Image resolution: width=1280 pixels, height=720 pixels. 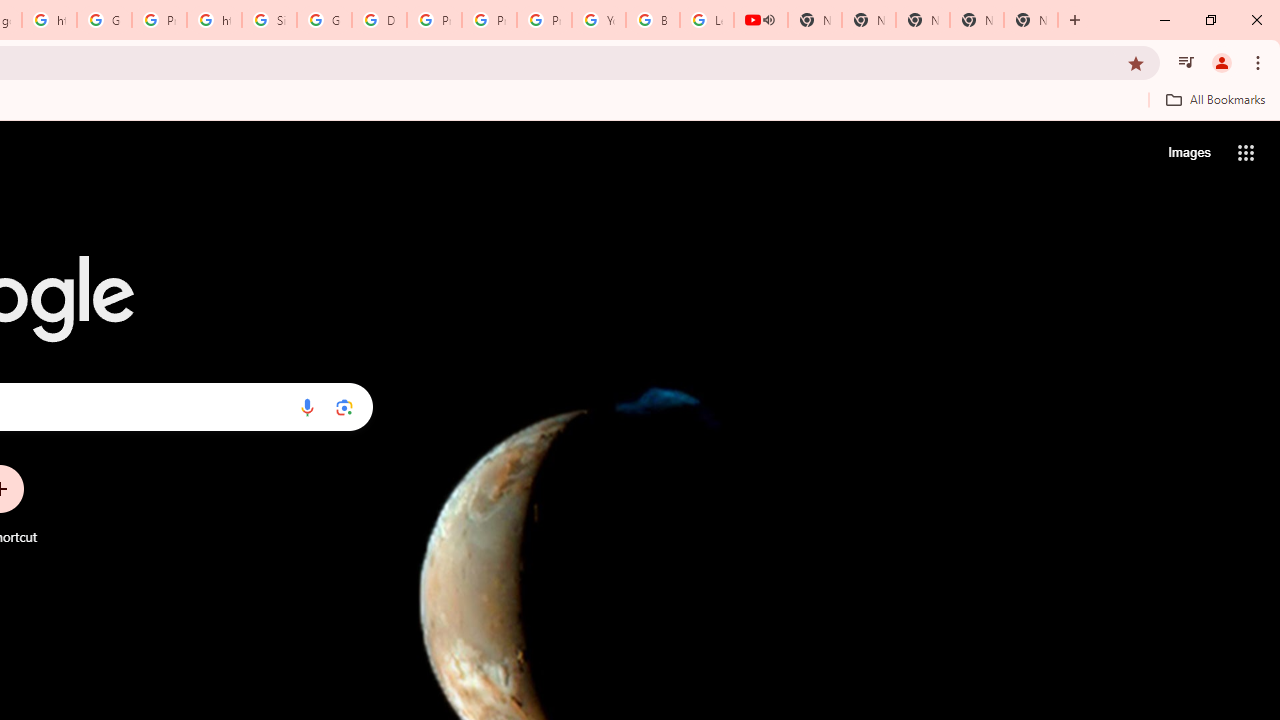 I want to click on 'YouTube', so click(x=598, y=20).